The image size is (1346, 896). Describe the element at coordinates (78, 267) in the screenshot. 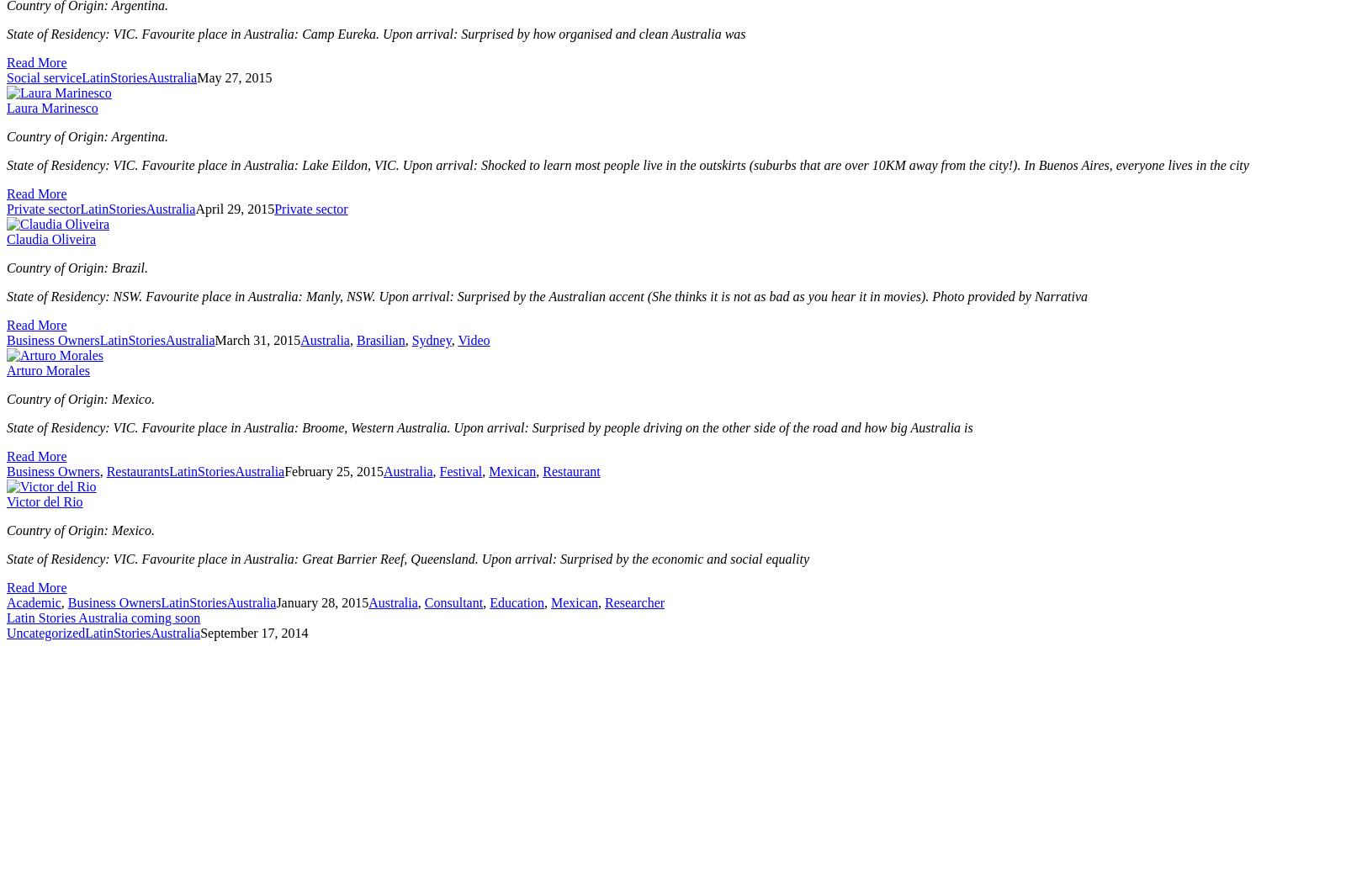

I see `'Country of Origin: Brazil.'` at that location.